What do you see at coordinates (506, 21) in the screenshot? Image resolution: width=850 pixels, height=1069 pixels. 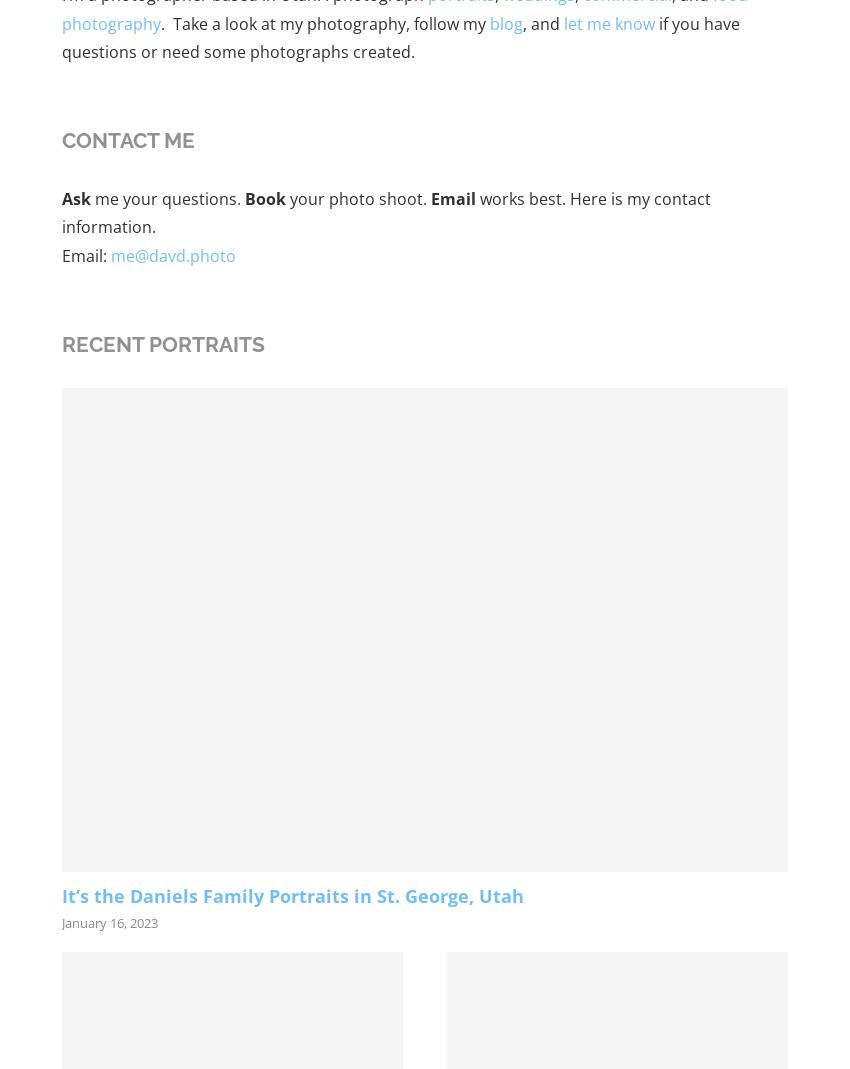 I see `'blog'` at bounding box center [506, 21].